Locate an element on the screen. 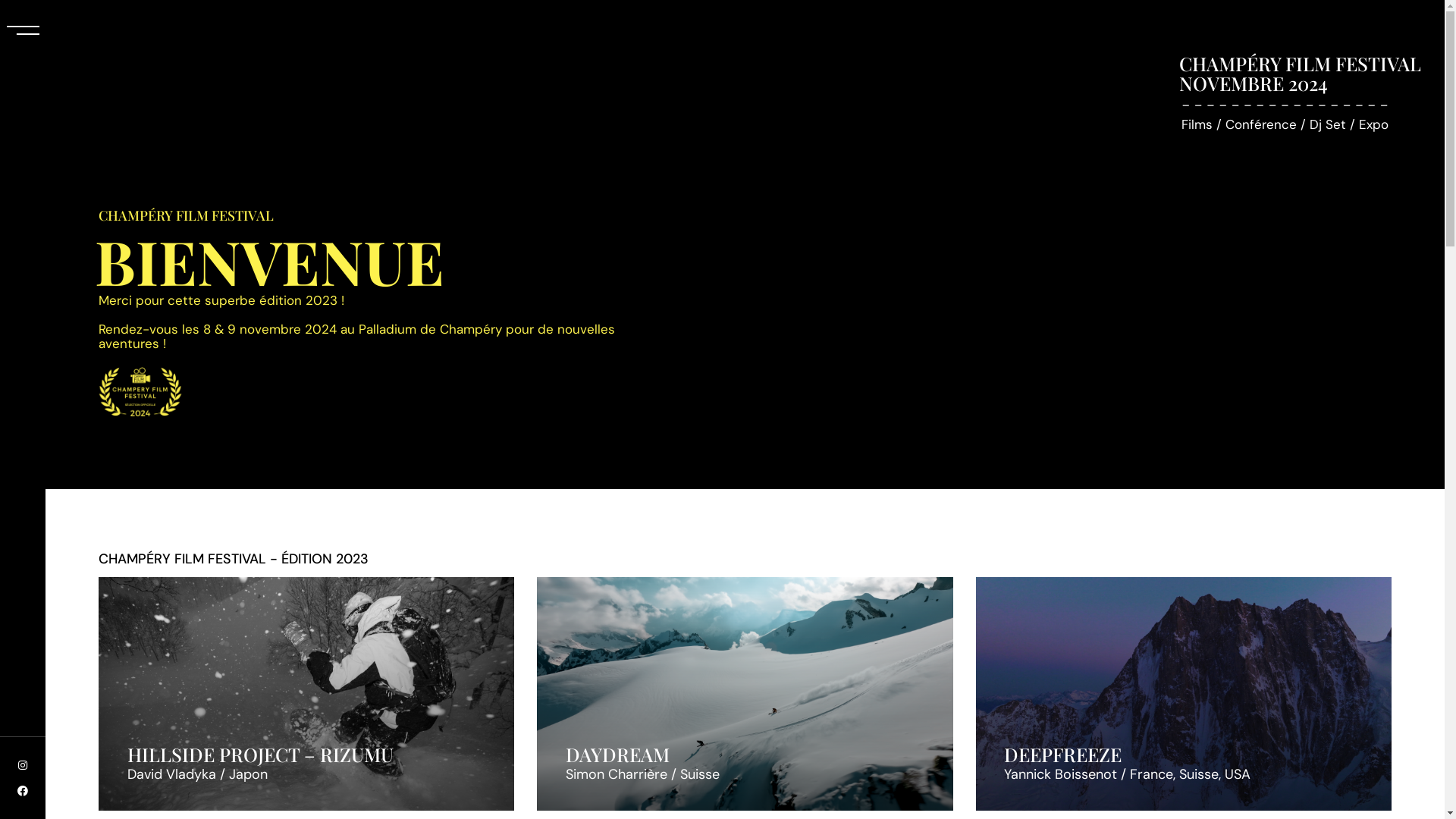 The image size is (1456, 819). 'David Vladyka' is located at coordinates (127, 775).